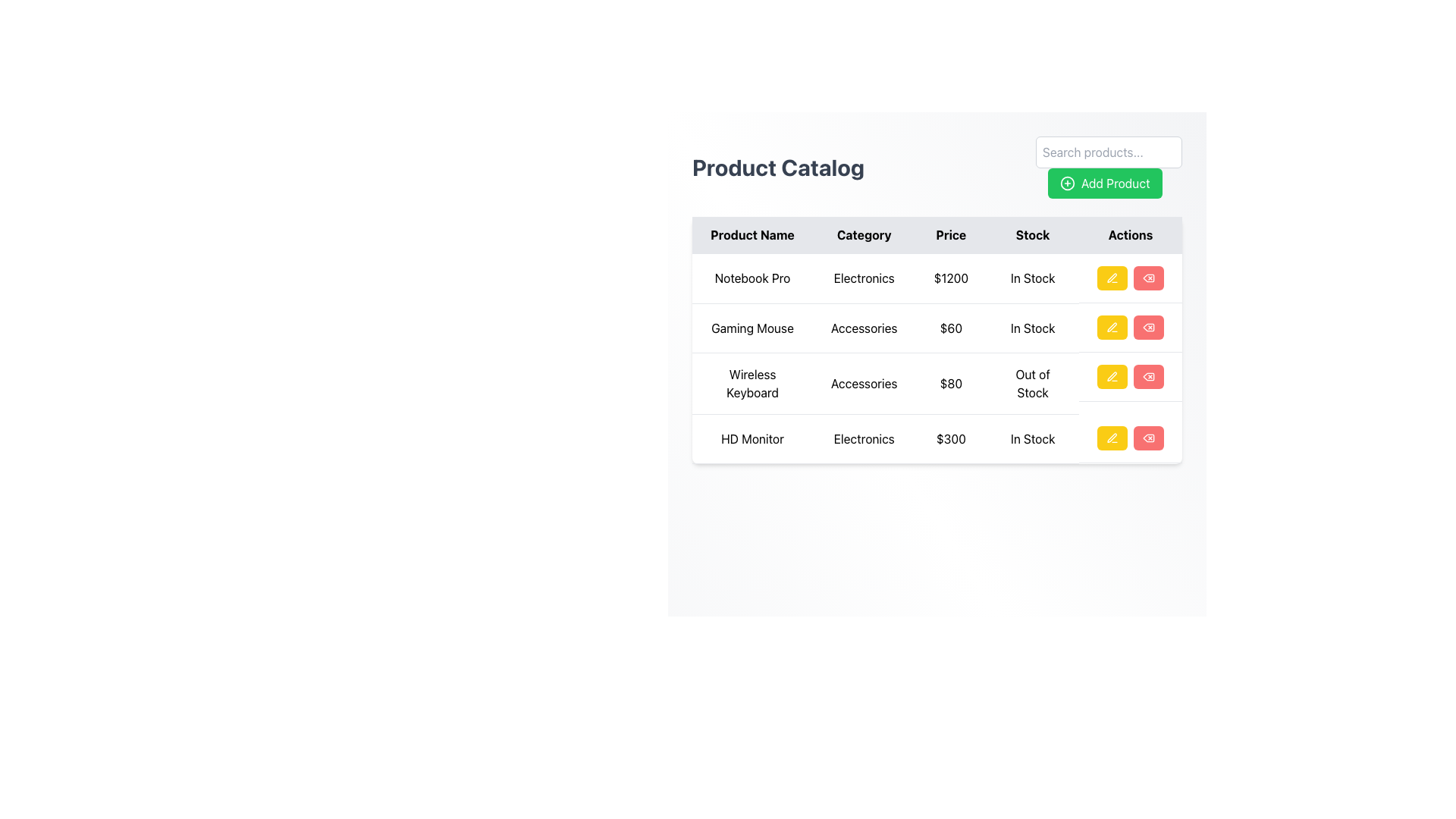 The height and width of the screenshot is (819, 1456). What do you see at coordinates (864, 438) in the screenshot?
I see `the static text label displaying the category of the product 'HD Monitor', located in the second cell of the table row under the 'Category' column` at bounding box center [864, 438].